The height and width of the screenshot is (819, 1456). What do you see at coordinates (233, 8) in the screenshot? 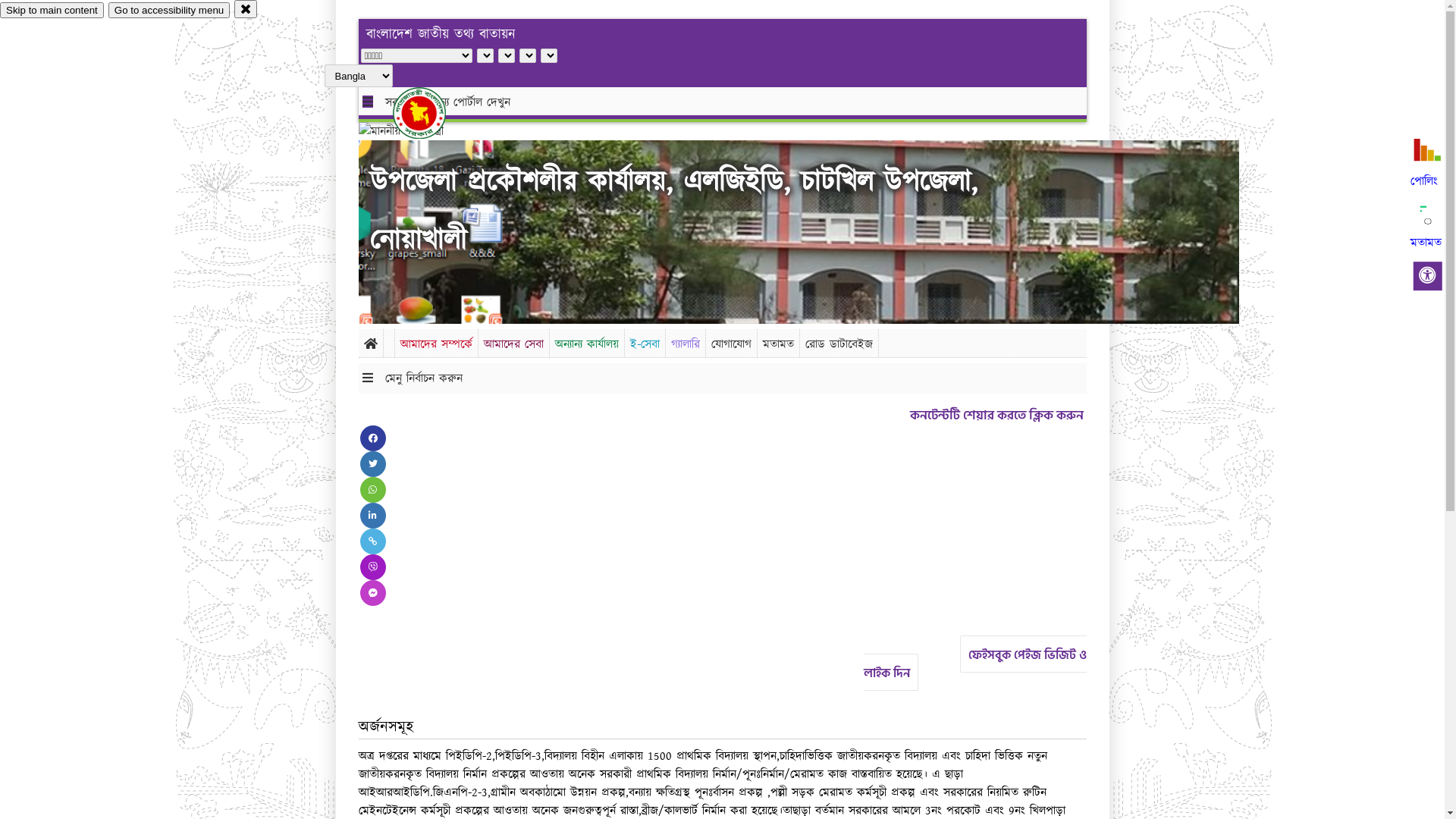
I see `'close'` at bounding box center [233, 8].